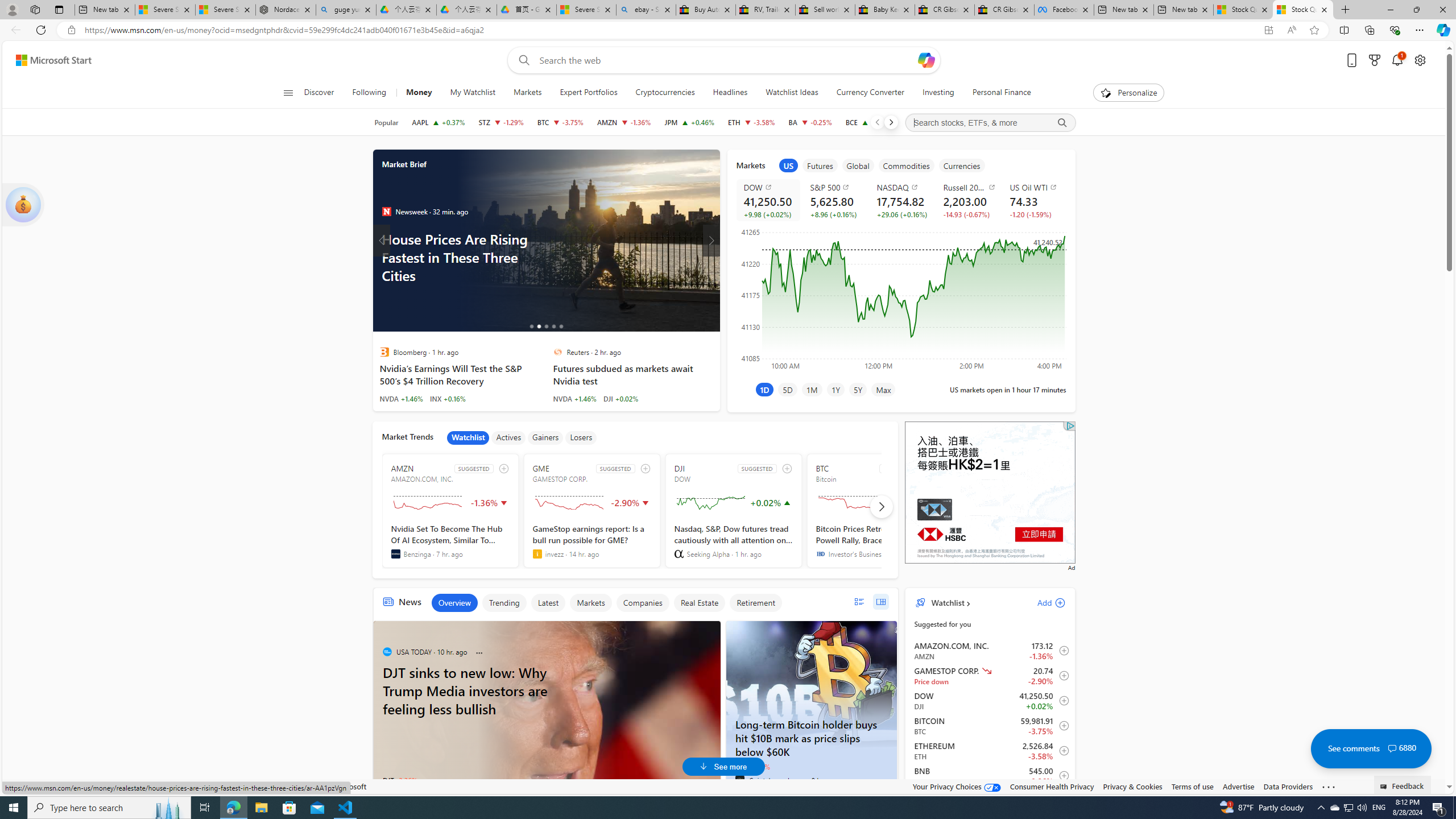  I want to click on 'STZ CONSTELLATION BRANDS, INC. decrease 239.98 -3.13 -1.29%', so click(500, 122).